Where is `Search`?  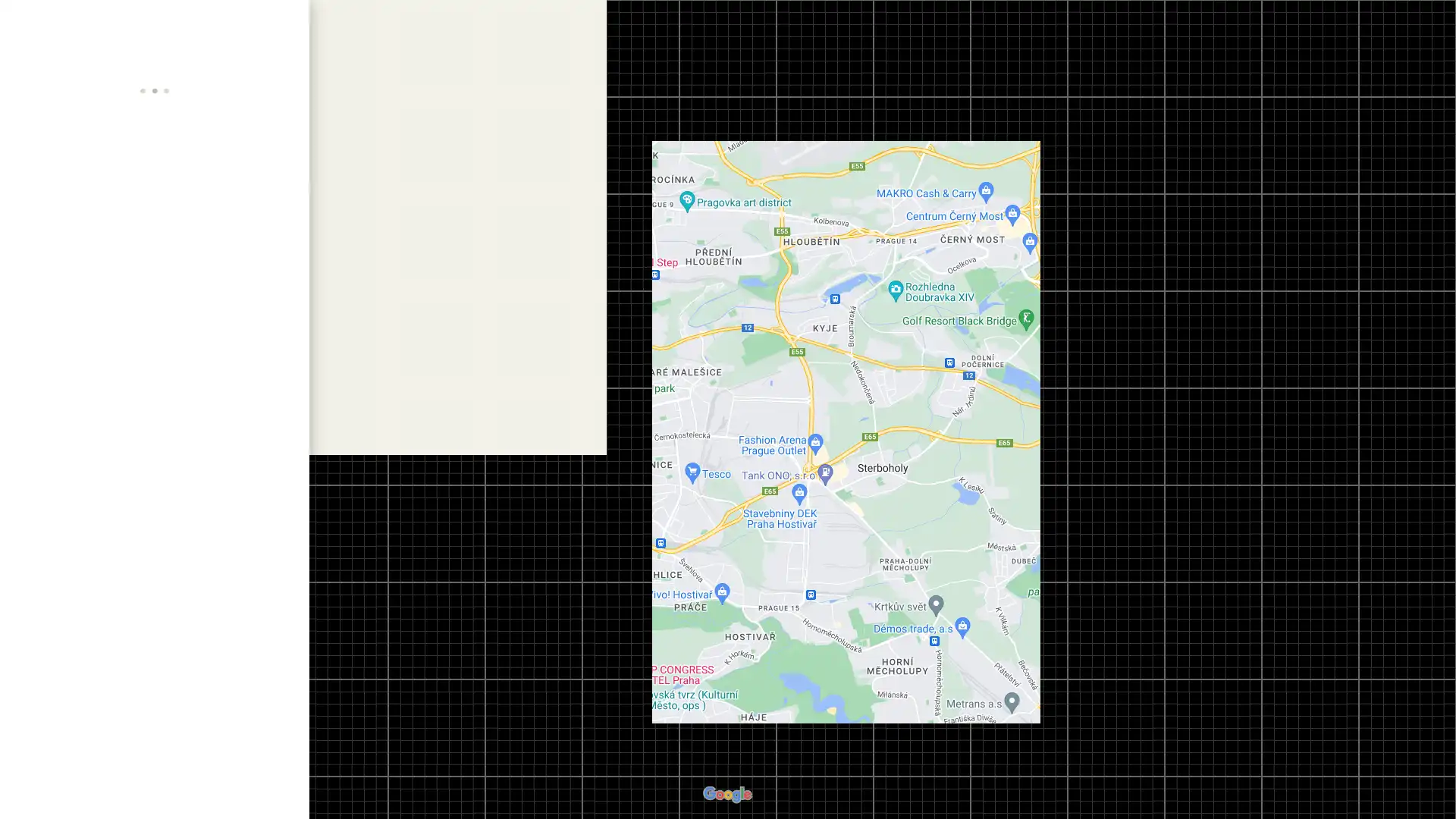
Search is located at coordinates (240, 24).